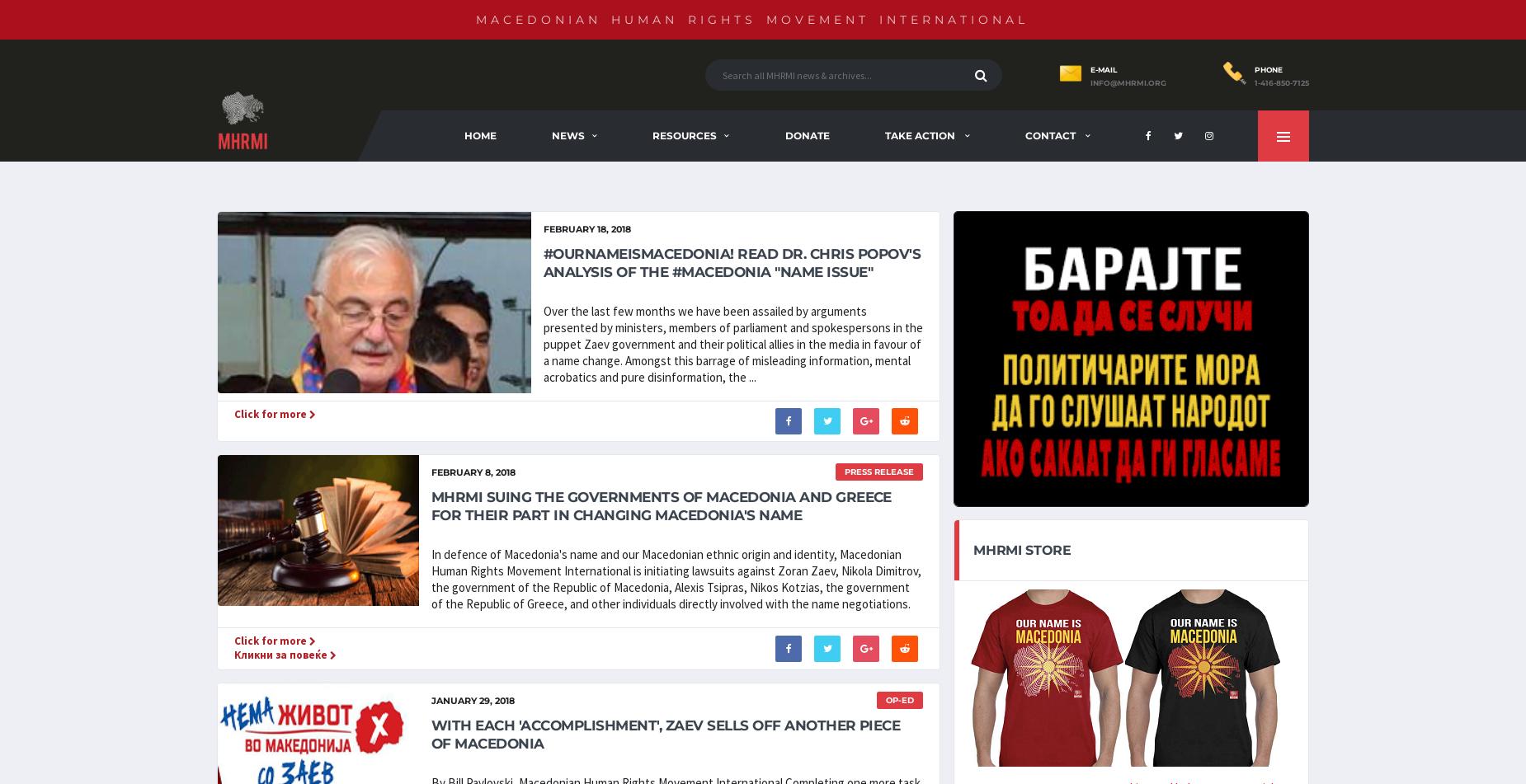 This screenshot has width=1526, height=784. What do you see at coordinates (878, 471) in the screenshot?
I see `'Press Release'` at bounding box center [878, 471].